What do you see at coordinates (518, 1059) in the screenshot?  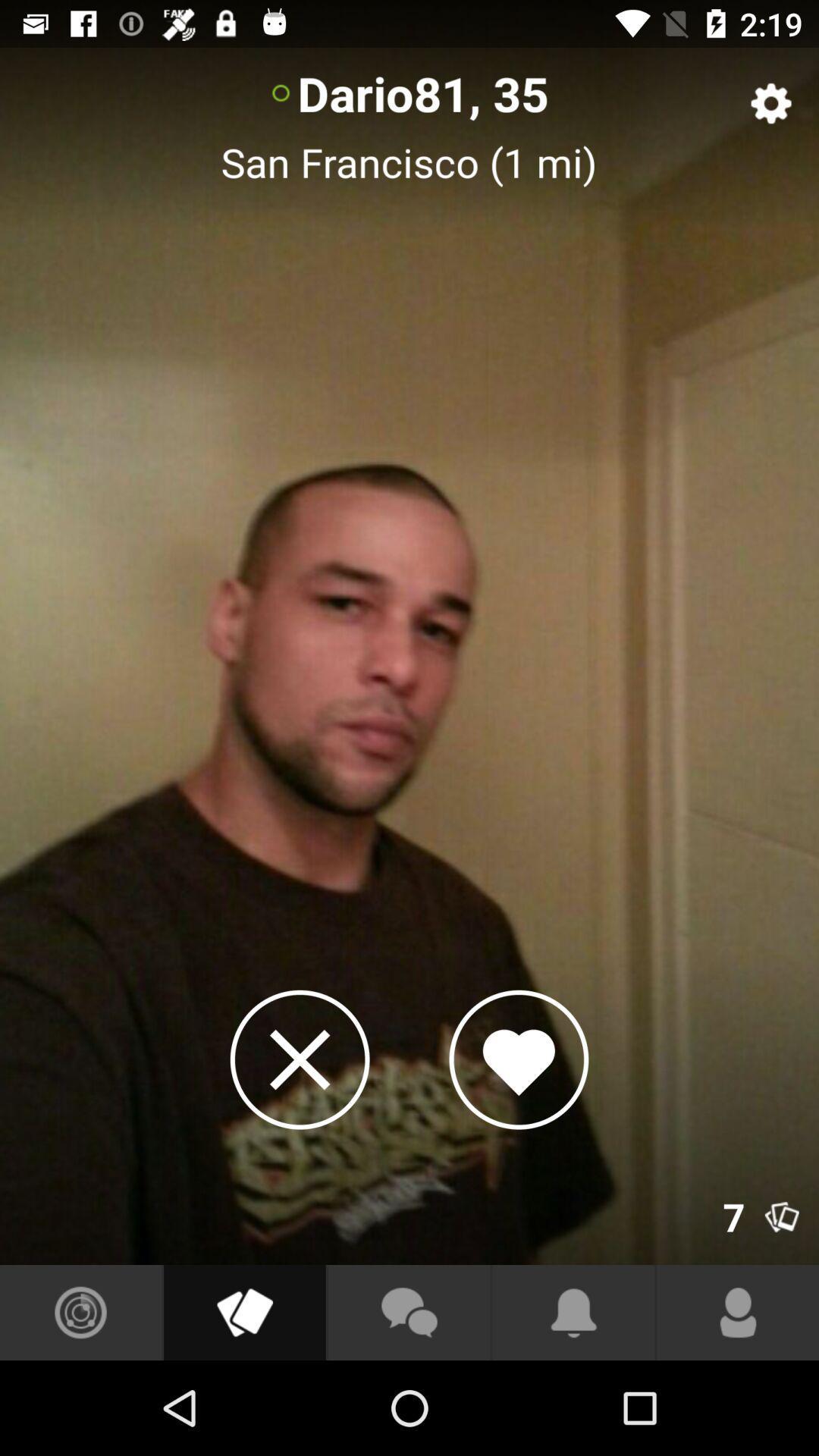 I see `the favorite icon` at bounding box center [518, 1059].